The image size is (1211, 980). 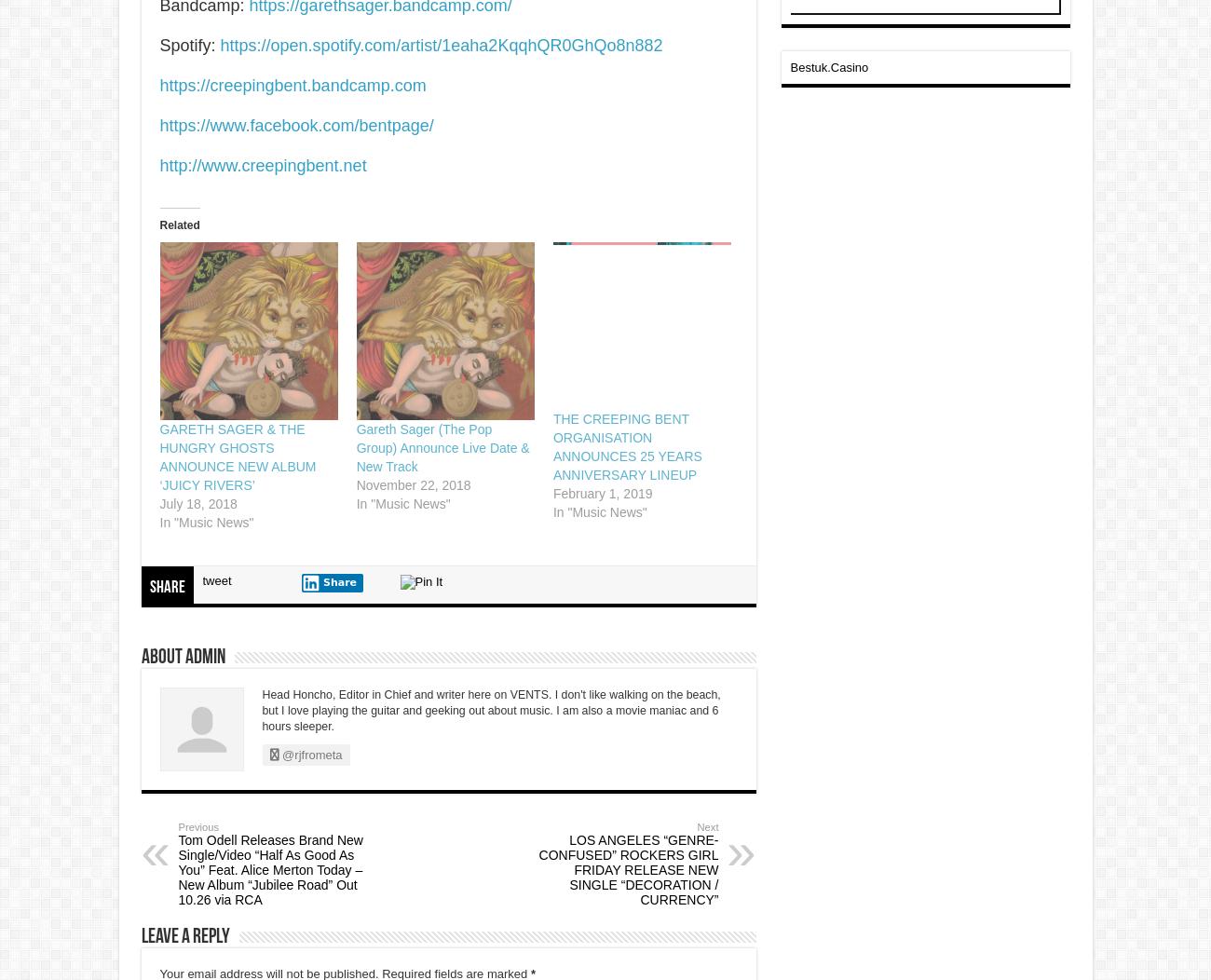 What do you see at coordinates (179, 224) in the screenshot?
I see `'Related'` at bounding box center [179, 224].